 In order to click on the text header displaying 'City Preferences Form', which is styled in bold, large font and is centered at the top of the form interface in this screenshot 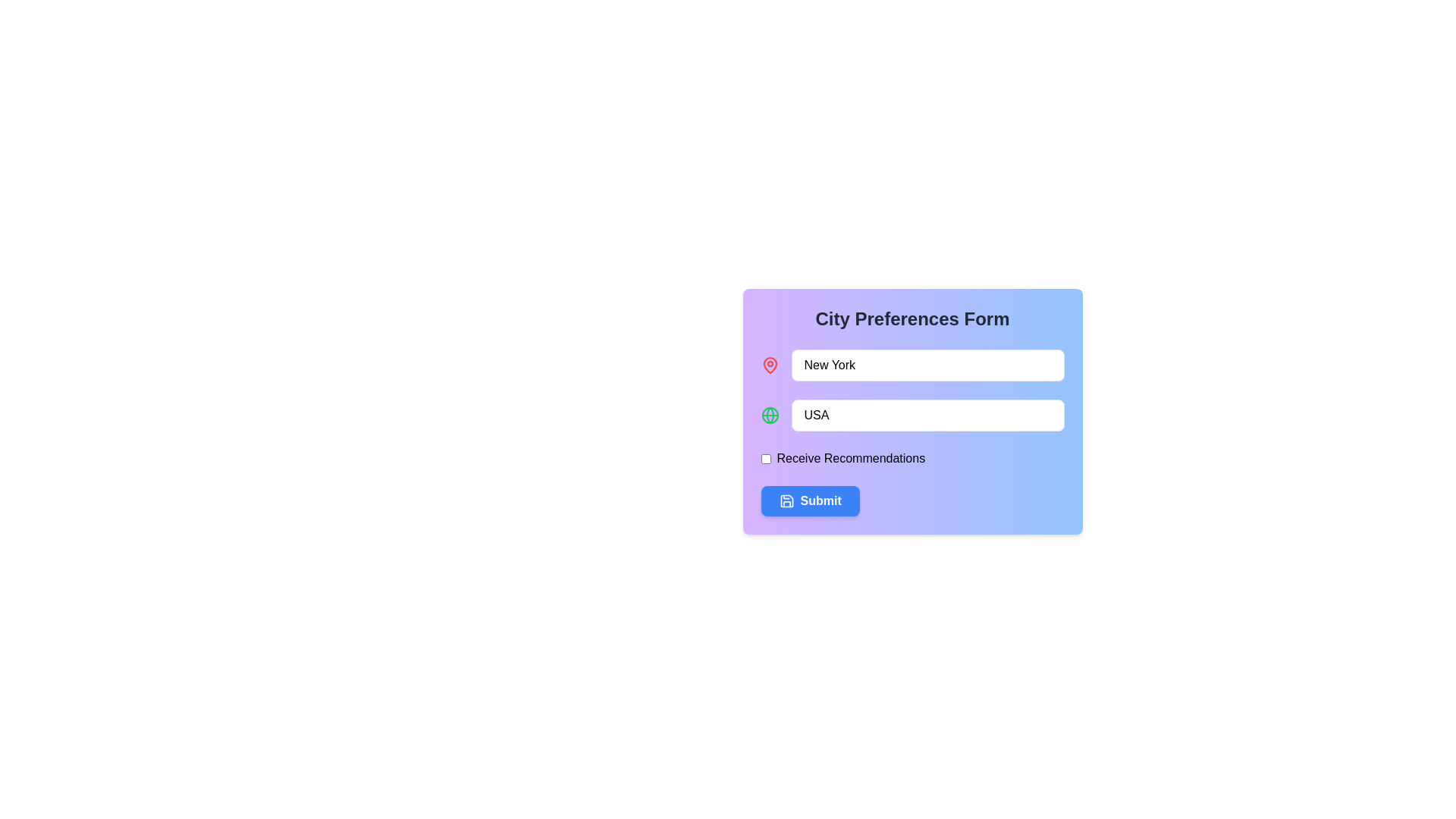, I will do `click(912, 318)`.